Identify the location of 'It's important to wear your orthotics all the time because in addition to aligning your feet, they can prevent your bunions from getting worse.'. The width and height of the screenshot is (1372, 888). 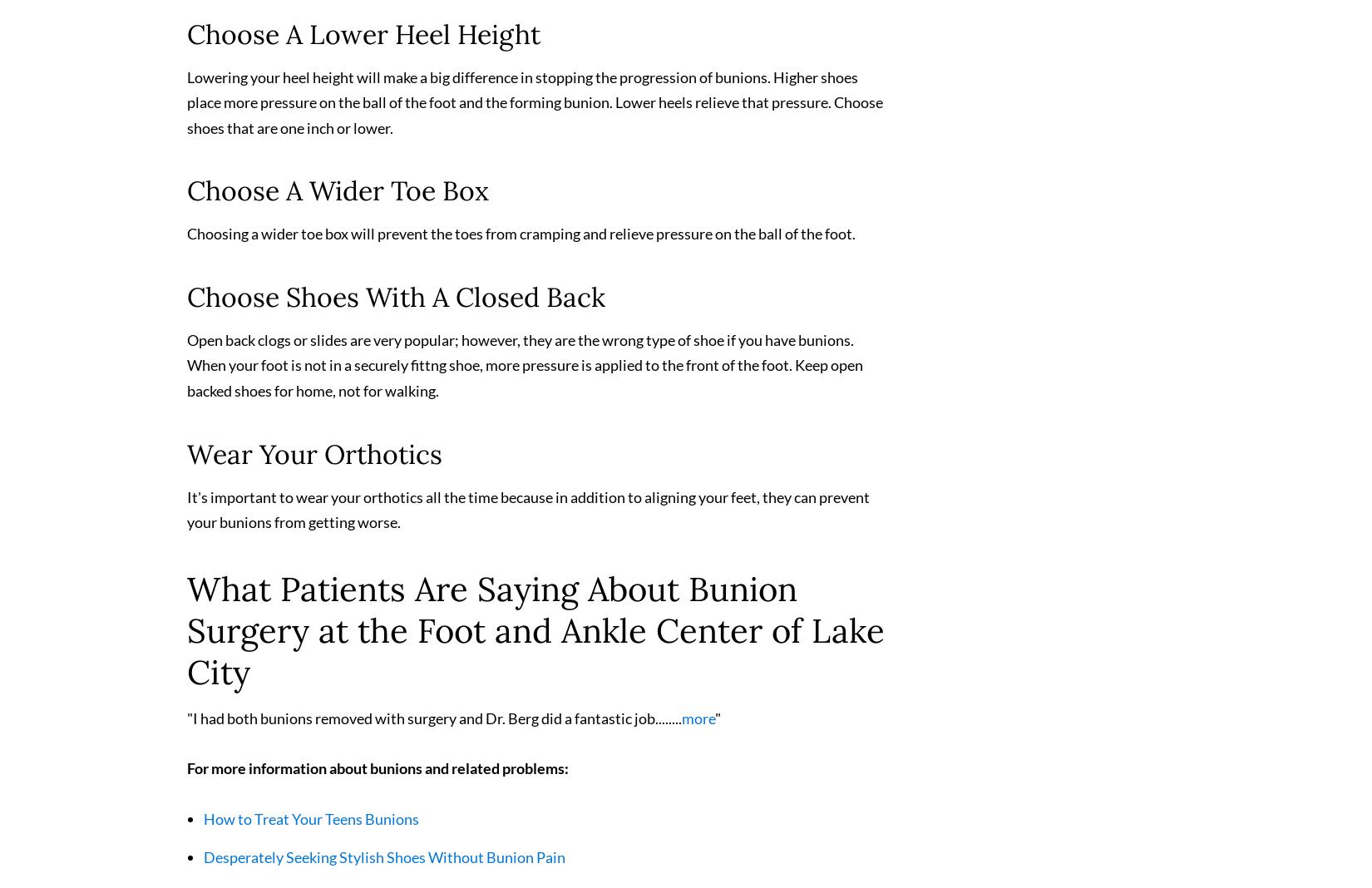
(527, 516).